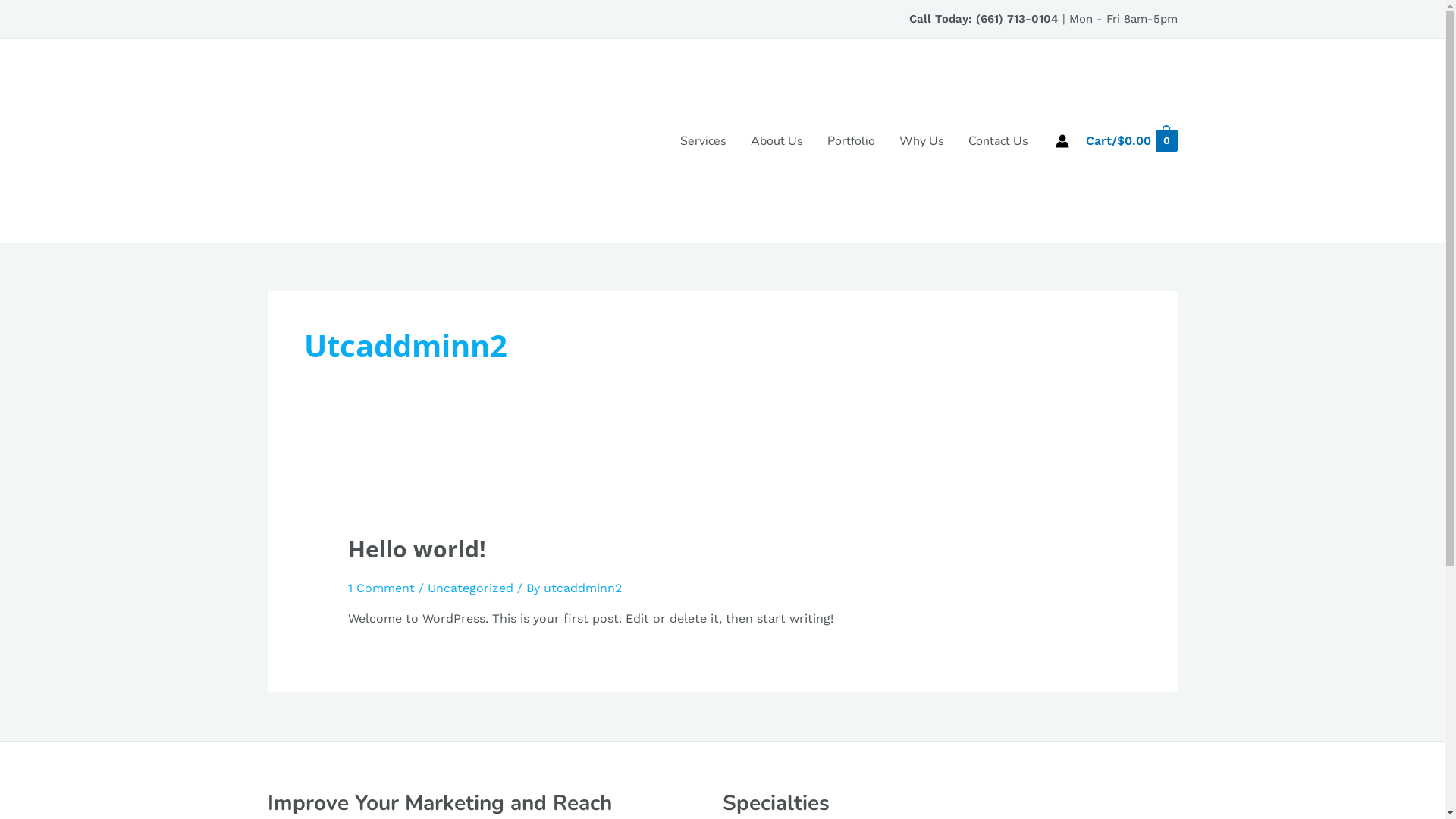  Describe the element at coordinates (955, 140) in the screenshot. I see `'Contact Us'` at that location.